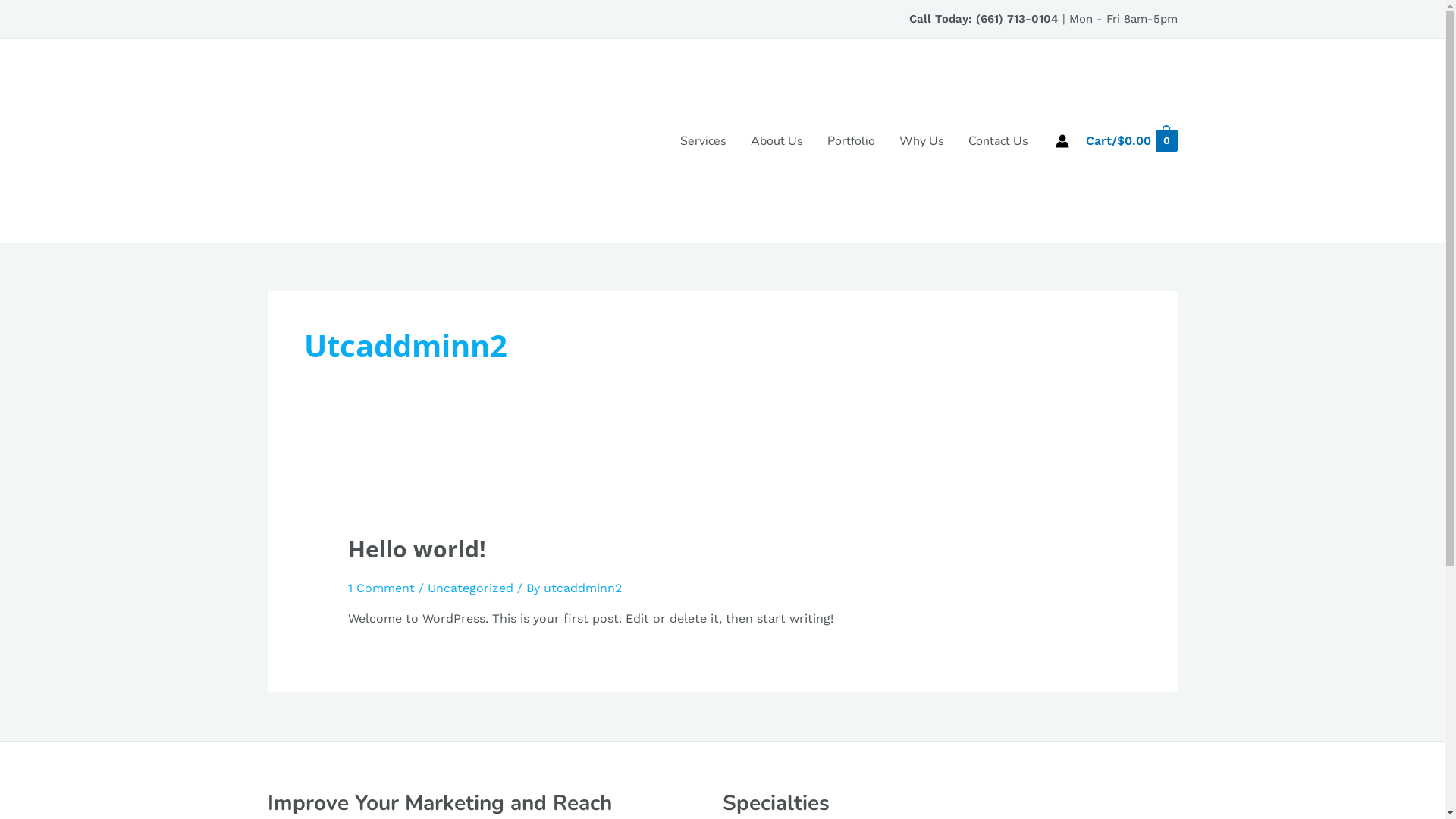  Describe the element at coordinates (955, 140) in the screenshot. I see `'Contact Us'` at that location.